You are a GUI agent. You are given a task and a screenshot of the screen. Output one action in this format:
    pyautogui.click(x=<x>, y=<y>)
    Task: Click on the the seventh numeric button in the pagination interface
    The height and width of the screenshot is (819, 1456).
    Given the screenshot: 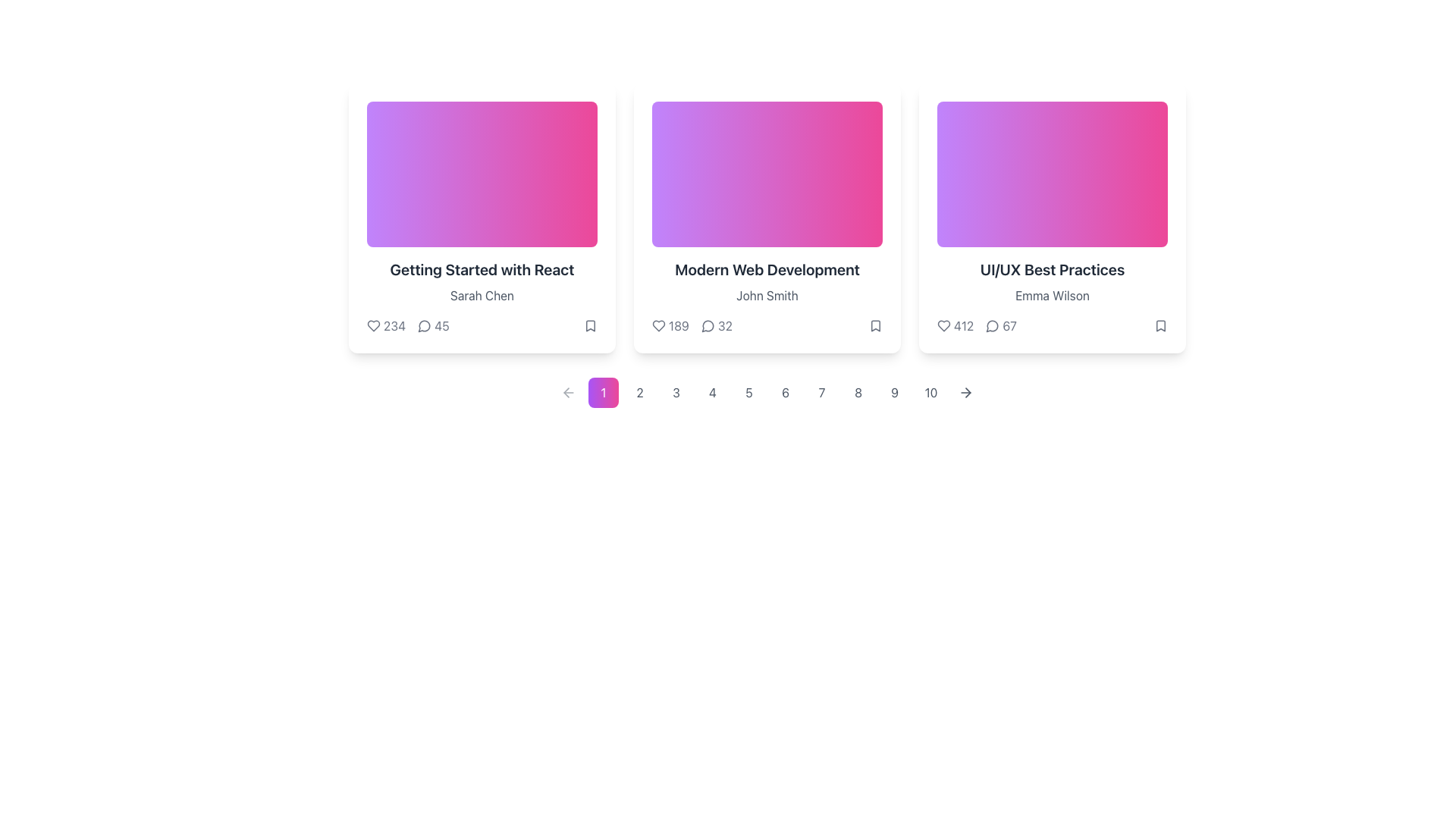 What is the action you would take?
    pyautogui.click(x=821, y=391)
    